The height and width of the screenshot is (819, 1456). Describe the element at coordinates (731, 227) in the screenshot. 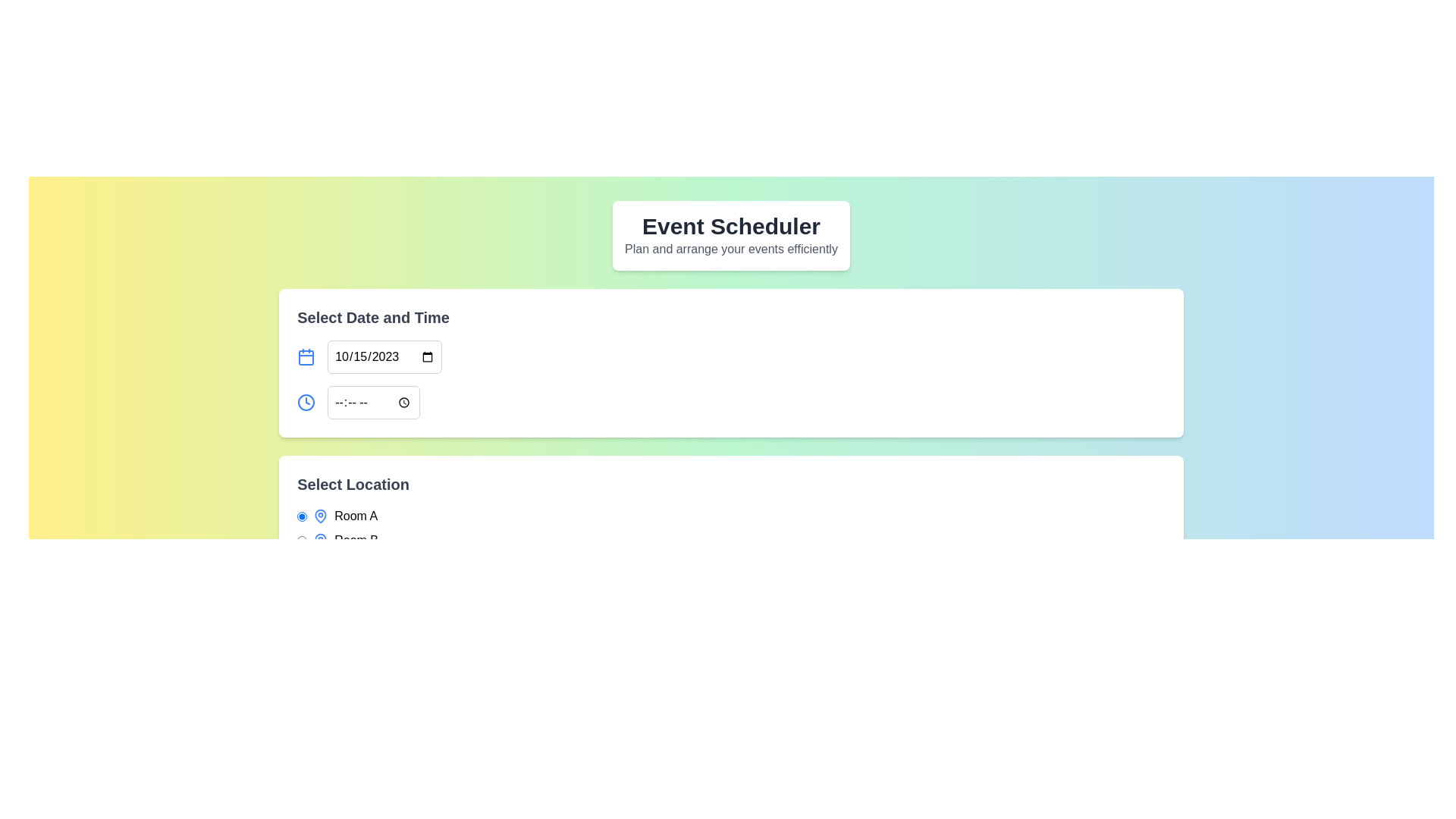

I see `the text label that serves as the title or heading for its section, positioned in a white, rounded box above the subtitle 'Plan and arrange your events efficiently'` at that location.